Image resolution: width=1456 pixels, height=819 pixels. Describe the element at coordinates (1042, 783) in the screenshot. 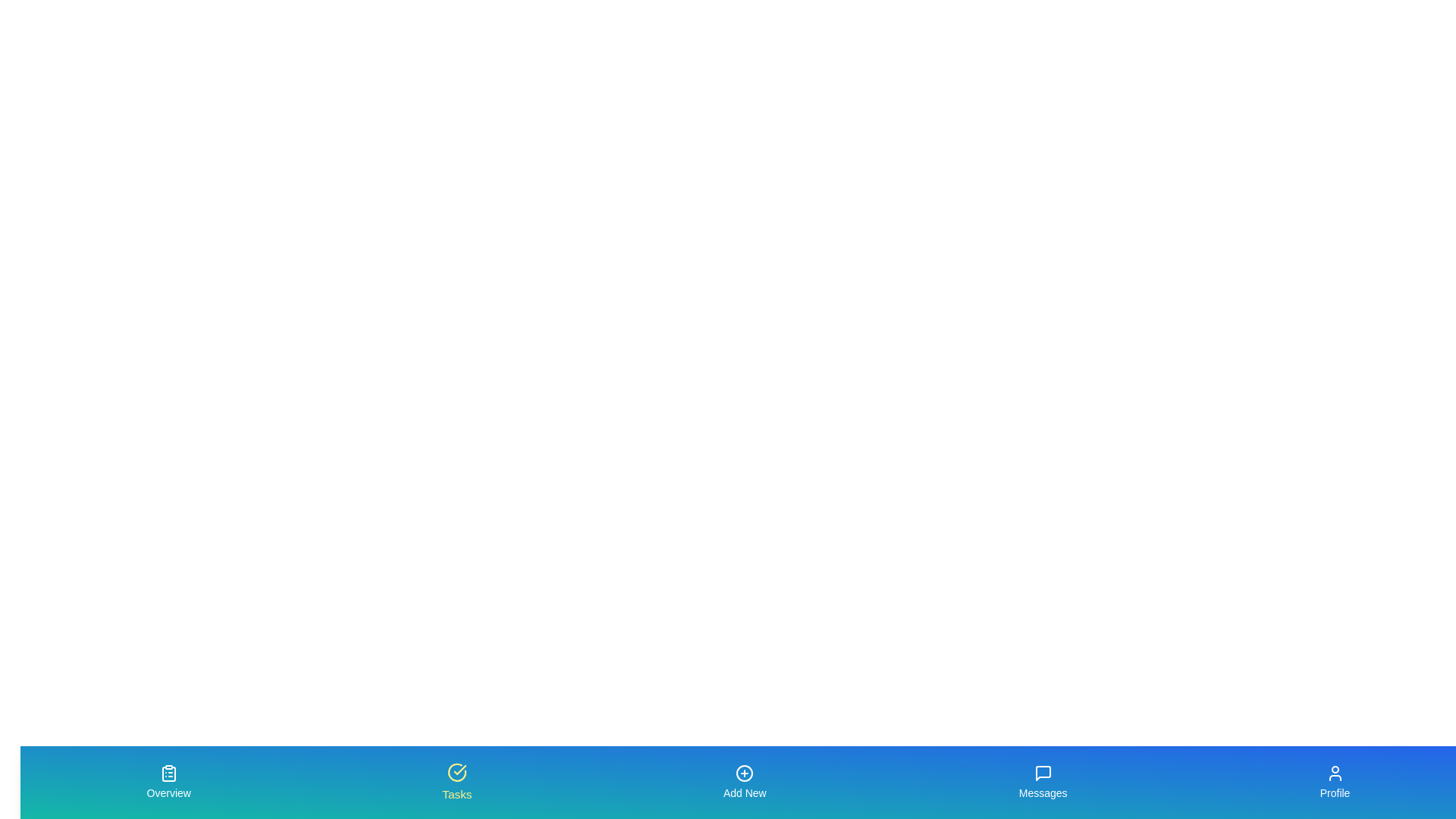

I see `the tab labeled 'Messages' to trigger its hover effect` at that location.